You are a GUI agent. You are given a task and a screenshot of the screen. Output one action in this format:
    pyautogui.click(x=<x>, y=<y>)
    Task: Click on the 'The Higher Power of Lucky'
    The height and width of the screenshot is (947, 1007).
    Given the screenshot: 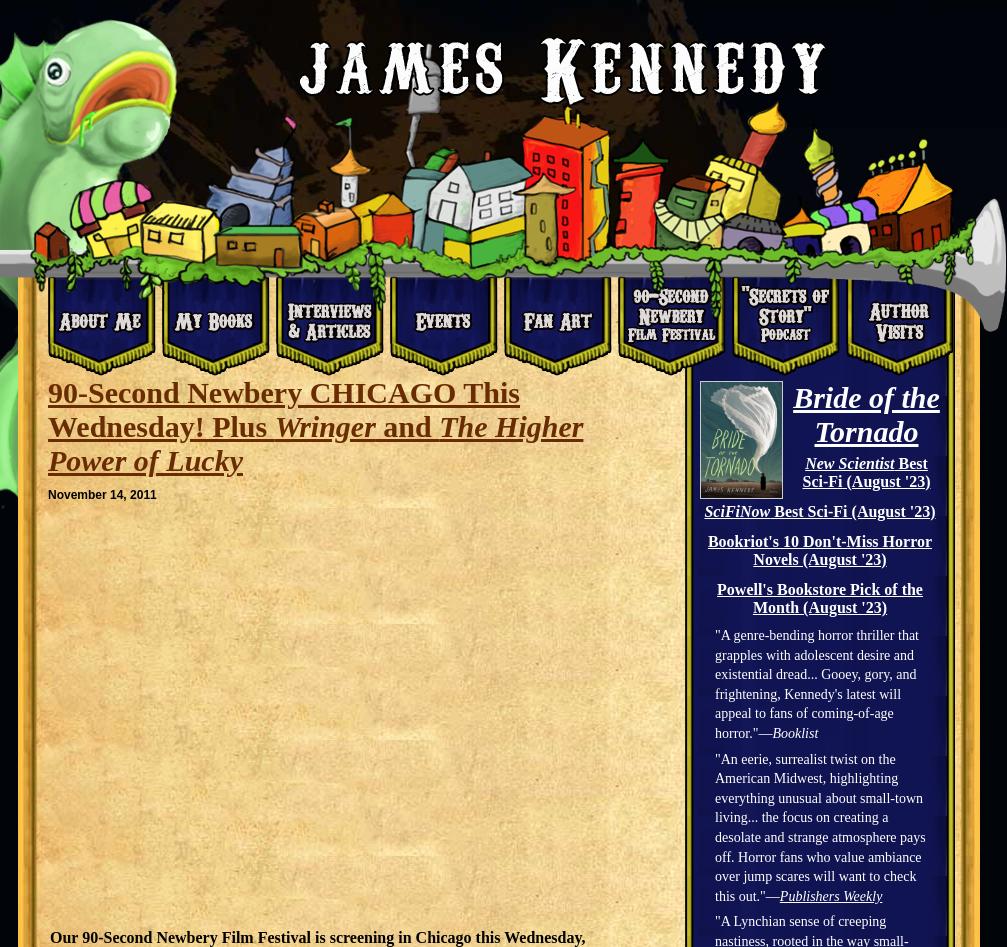 What is the action you would take?
    pyautogui.click(x=315, y=443)
    